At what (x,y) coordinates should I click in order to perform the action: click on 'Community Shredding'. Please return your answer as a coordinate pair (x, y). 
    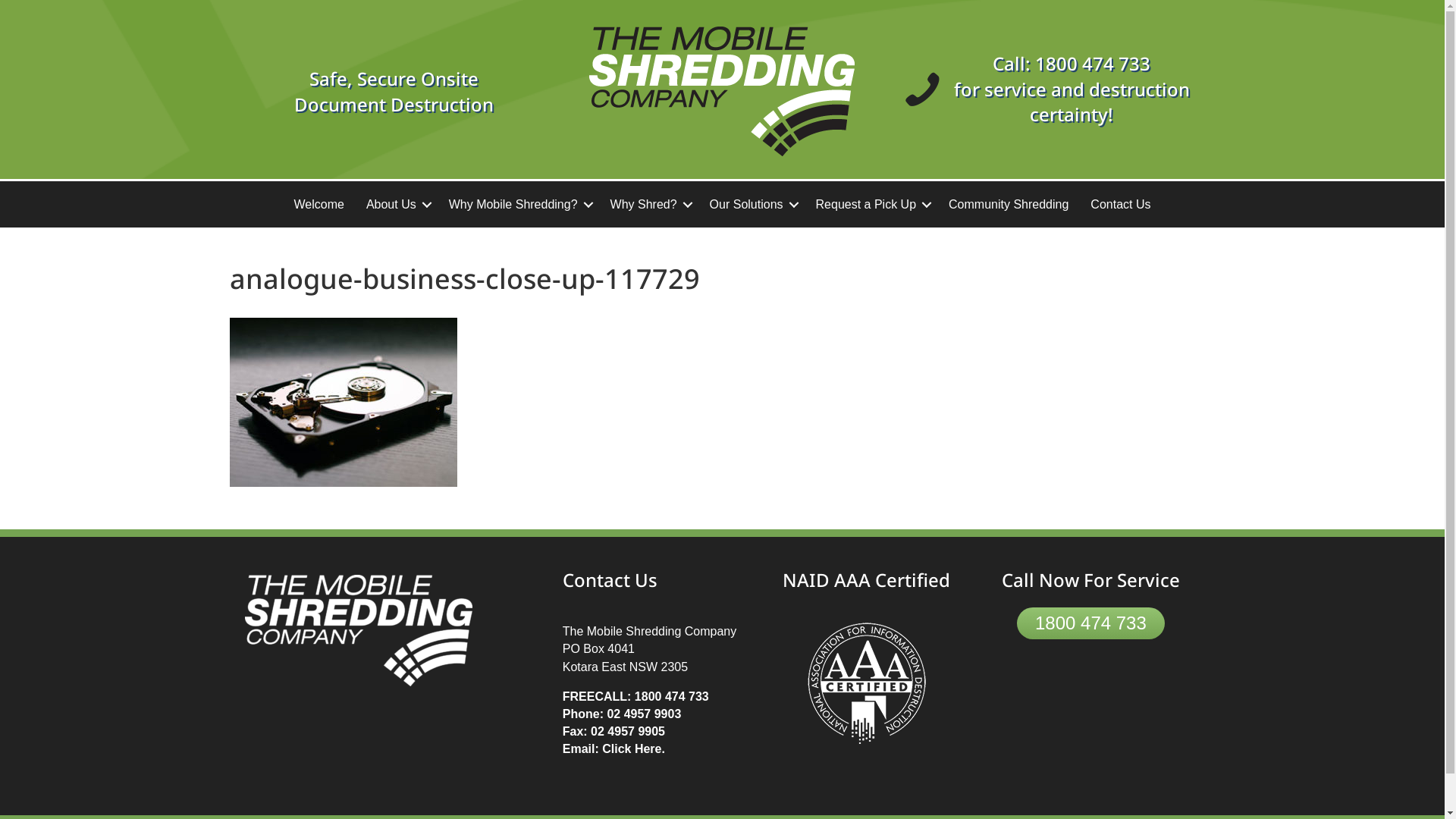
    Looking at the image, I should click on (937, 203).